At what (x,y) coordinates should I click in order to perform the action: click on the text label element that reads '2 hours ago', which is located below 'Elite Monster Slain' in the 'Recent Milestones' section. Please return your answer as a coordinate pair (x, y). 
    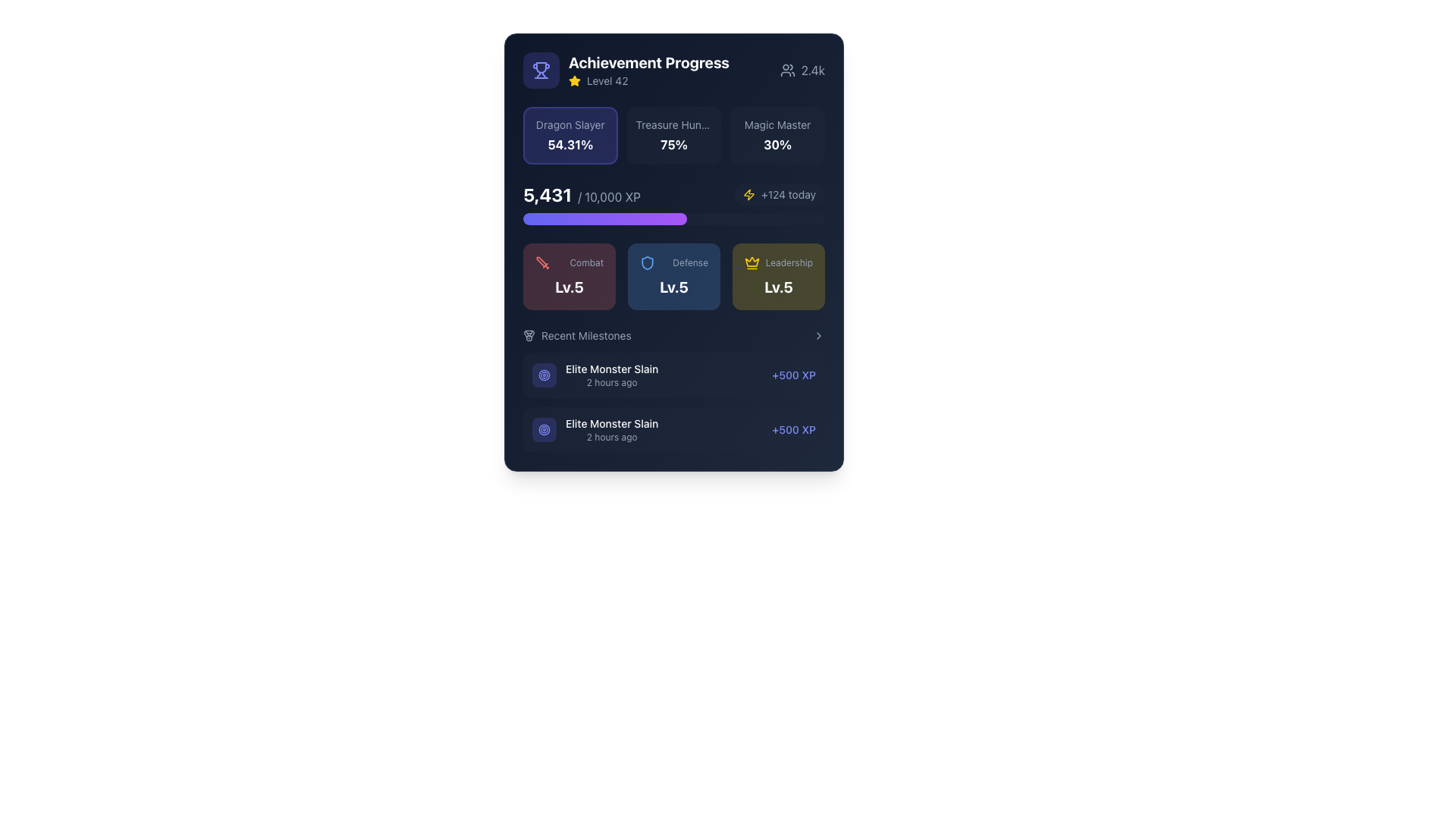
    Looking at the image, I should click on (612, 382).